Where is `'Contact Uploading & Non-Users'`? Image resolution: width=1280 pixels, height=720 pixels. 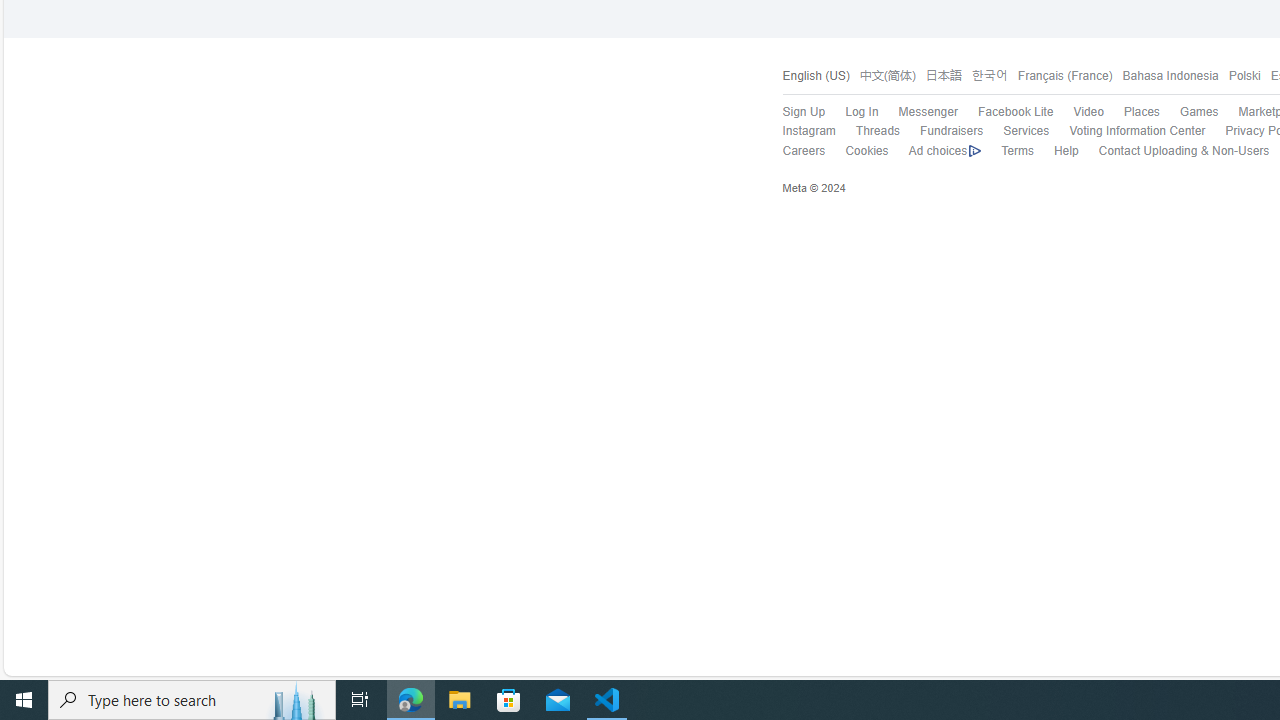
'Contact Uploading & Non-Users' is located at coordinates (1173, 150).